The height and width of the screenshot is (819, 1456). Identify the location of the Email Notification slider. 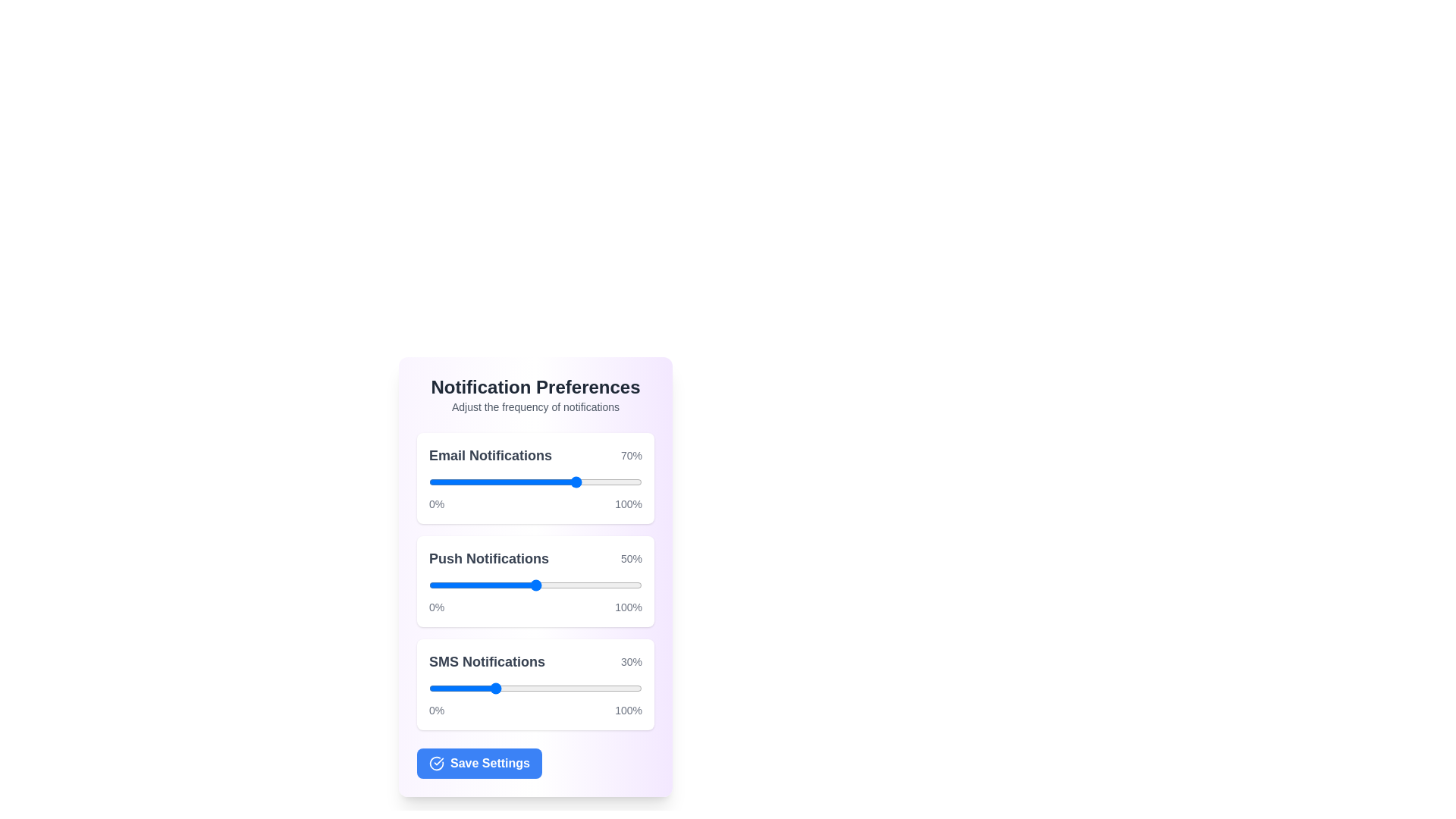
(430, 482).